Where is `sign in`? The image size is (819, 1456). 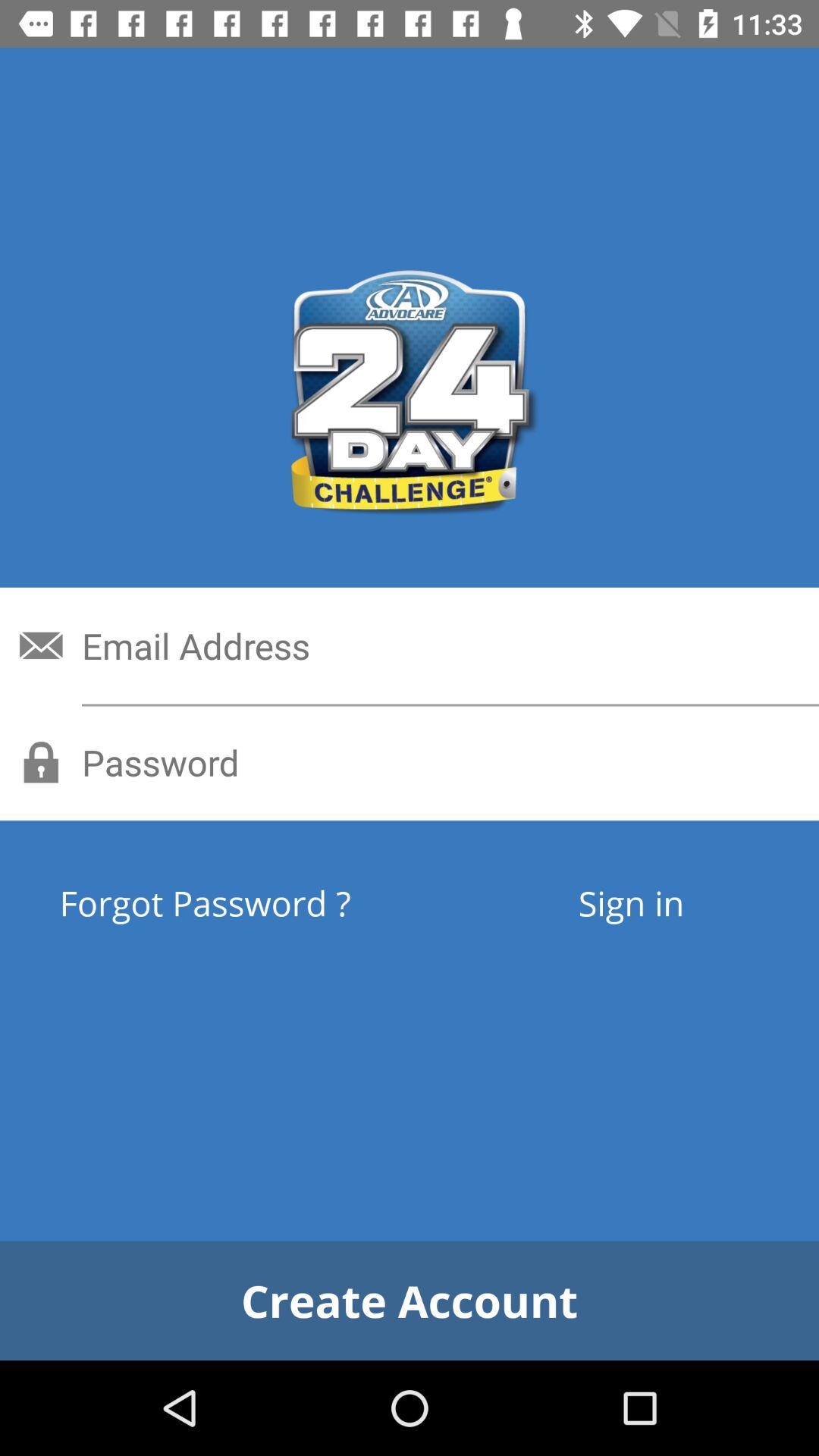 sign in is located at coordinates (631, 902).